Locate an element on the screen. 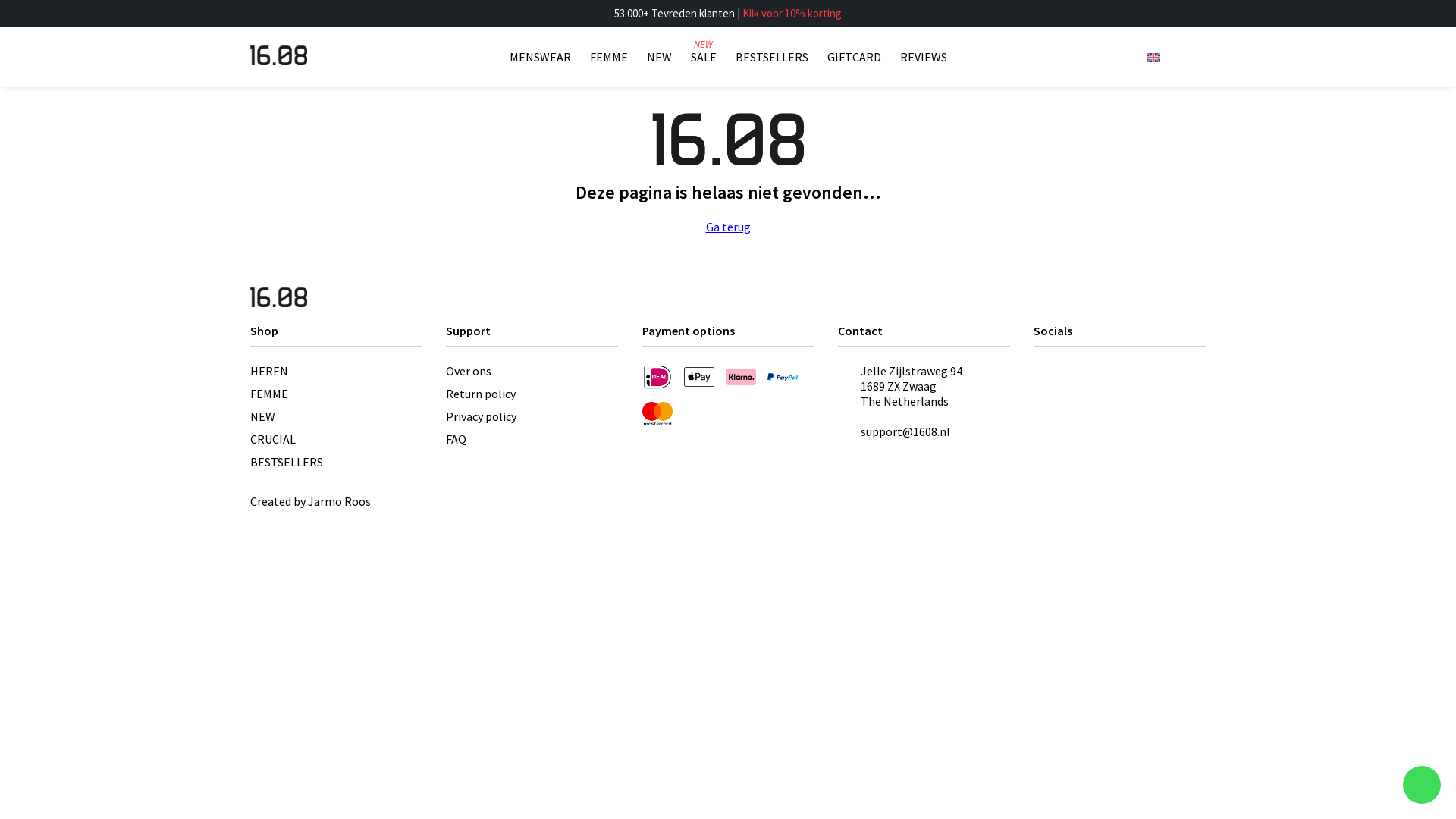 The width and height of the screenshot is (1456, 819). '53.000+ Tevreden klanten | Klik voor 10% korting' is located at coordinates (728, 13).